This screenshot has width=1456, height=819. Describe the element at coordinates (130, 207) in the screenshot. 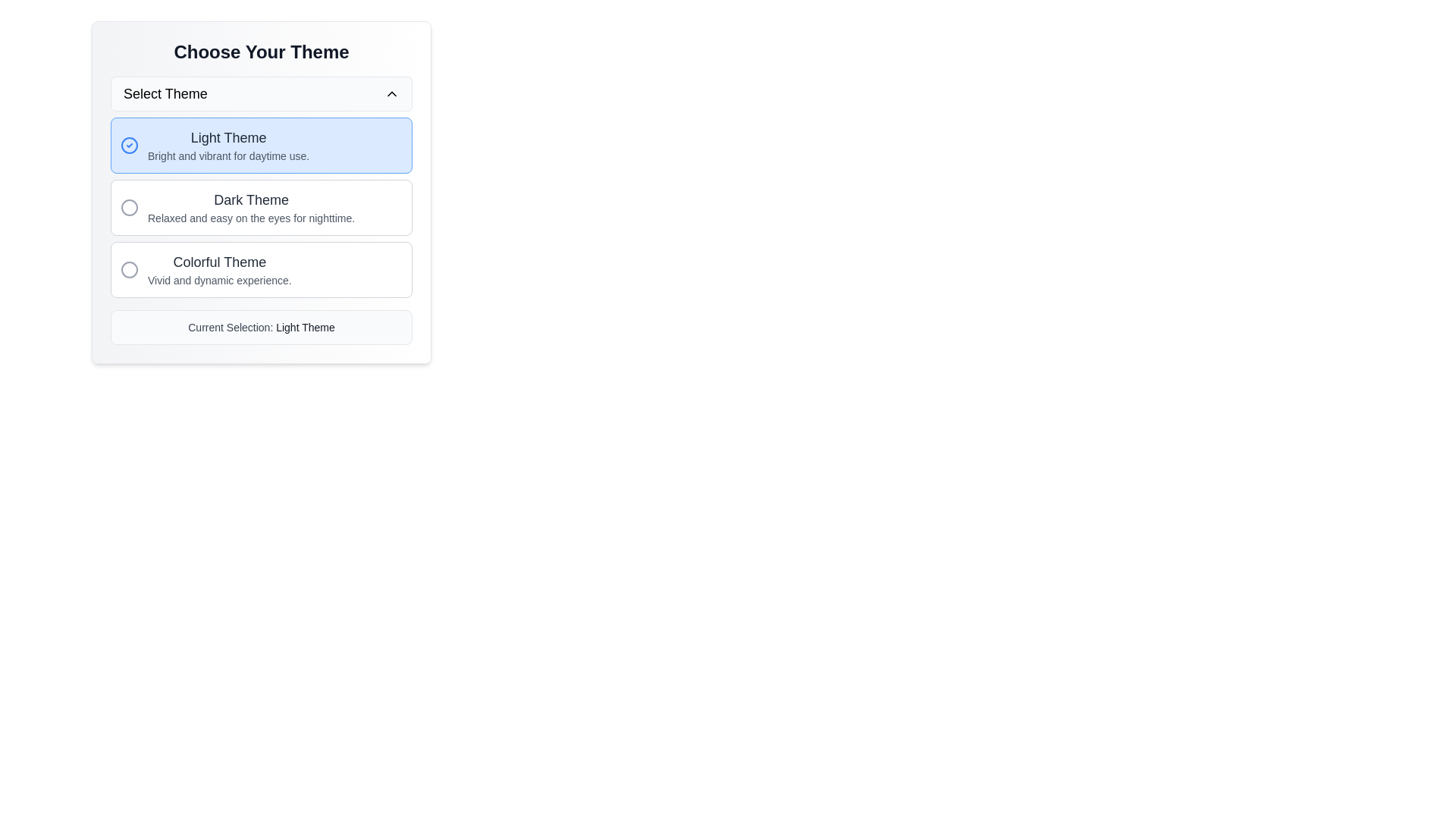

I see `the unselected circular graphic indicator for the 'Dark Theme' option` at that location.